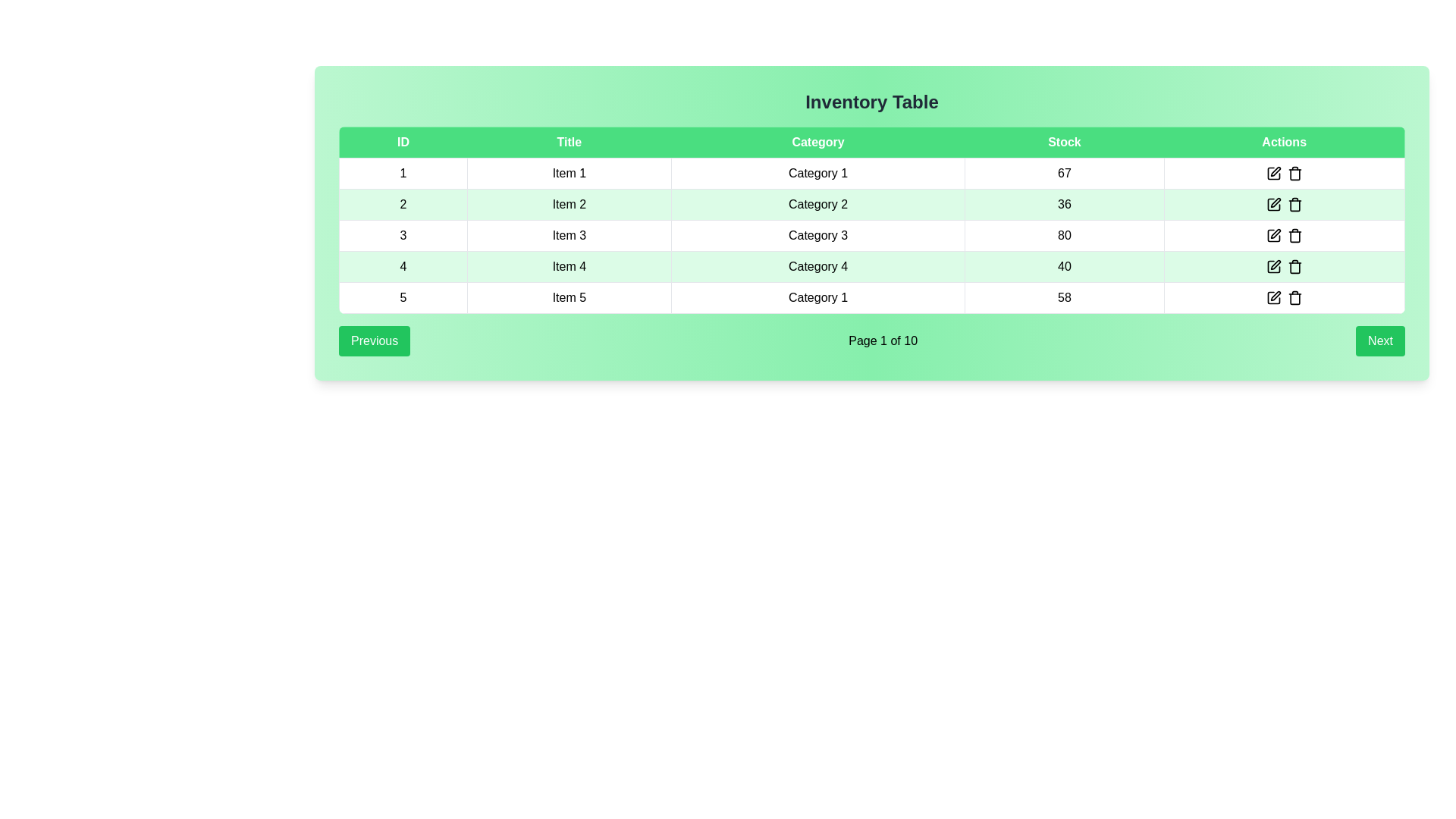  I want to click on the edit icon represented by a pen over a square in the Actions column of the fourth row in the table to invoke the action associated with editing the table entry, so click(1275, 234).